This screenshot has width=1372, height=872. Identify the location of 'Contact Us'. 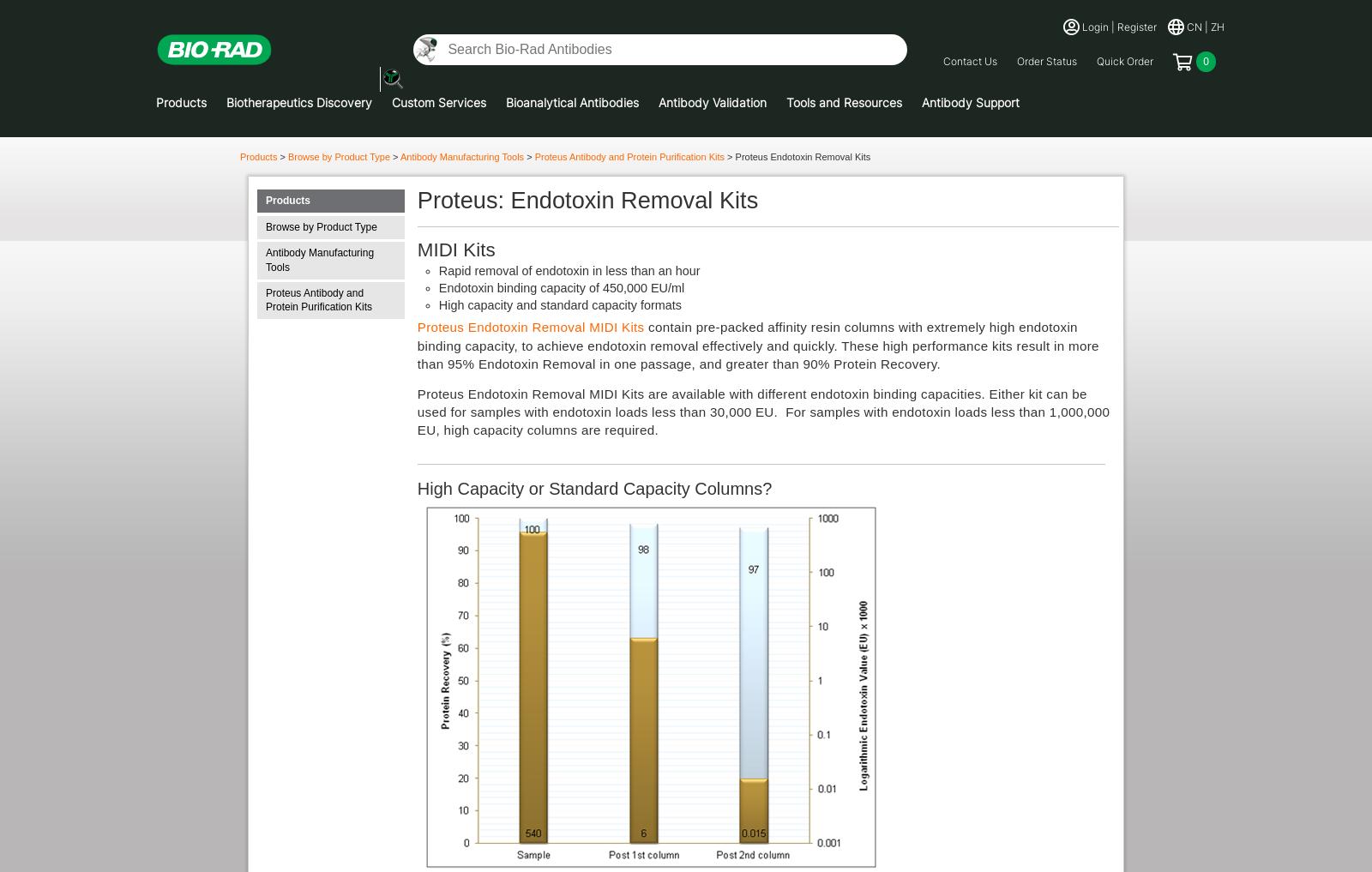
(970, 61).